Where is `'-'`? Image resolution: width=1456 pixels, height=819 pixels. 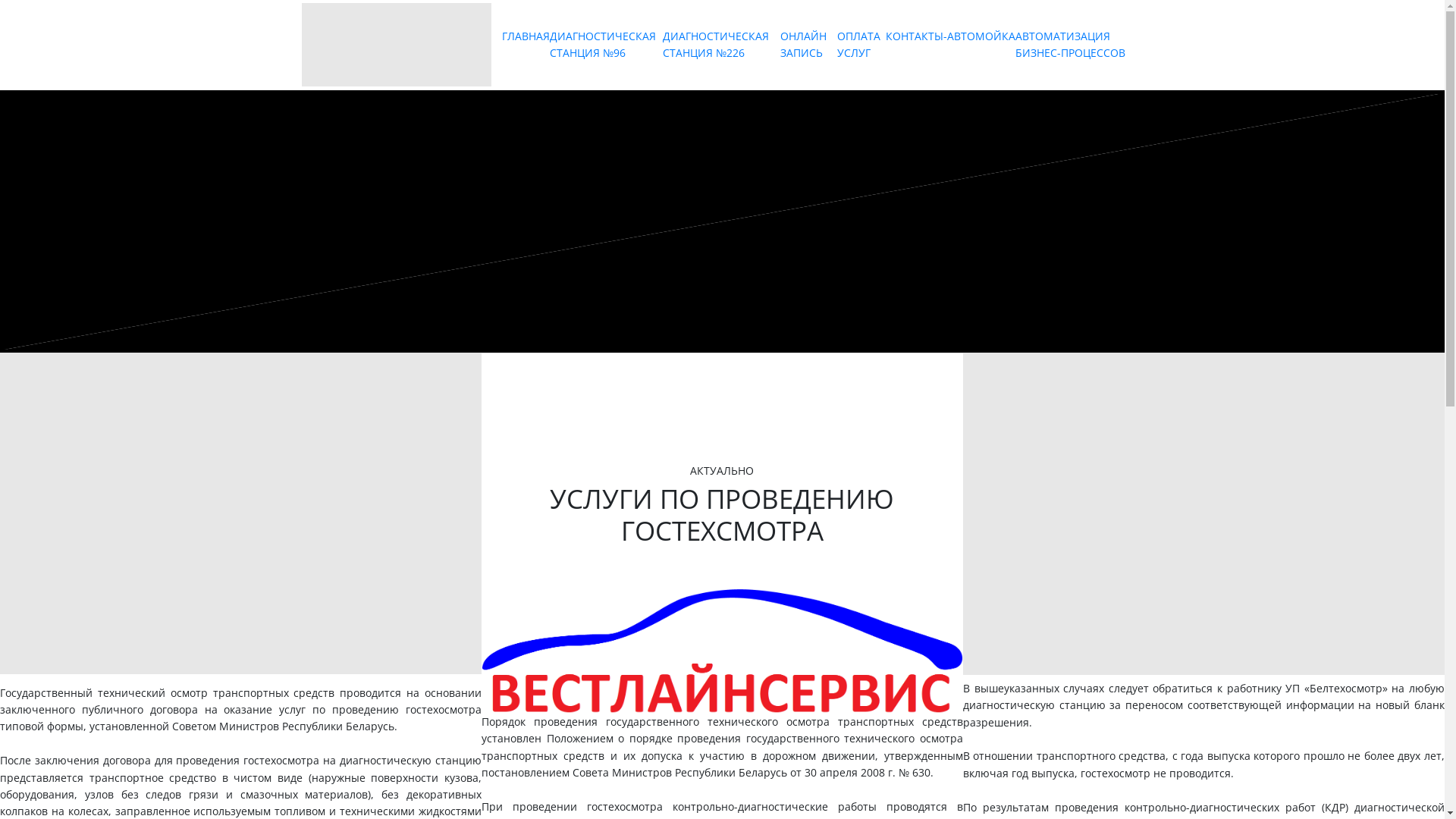
'-' is located at coordinates (944, 35).